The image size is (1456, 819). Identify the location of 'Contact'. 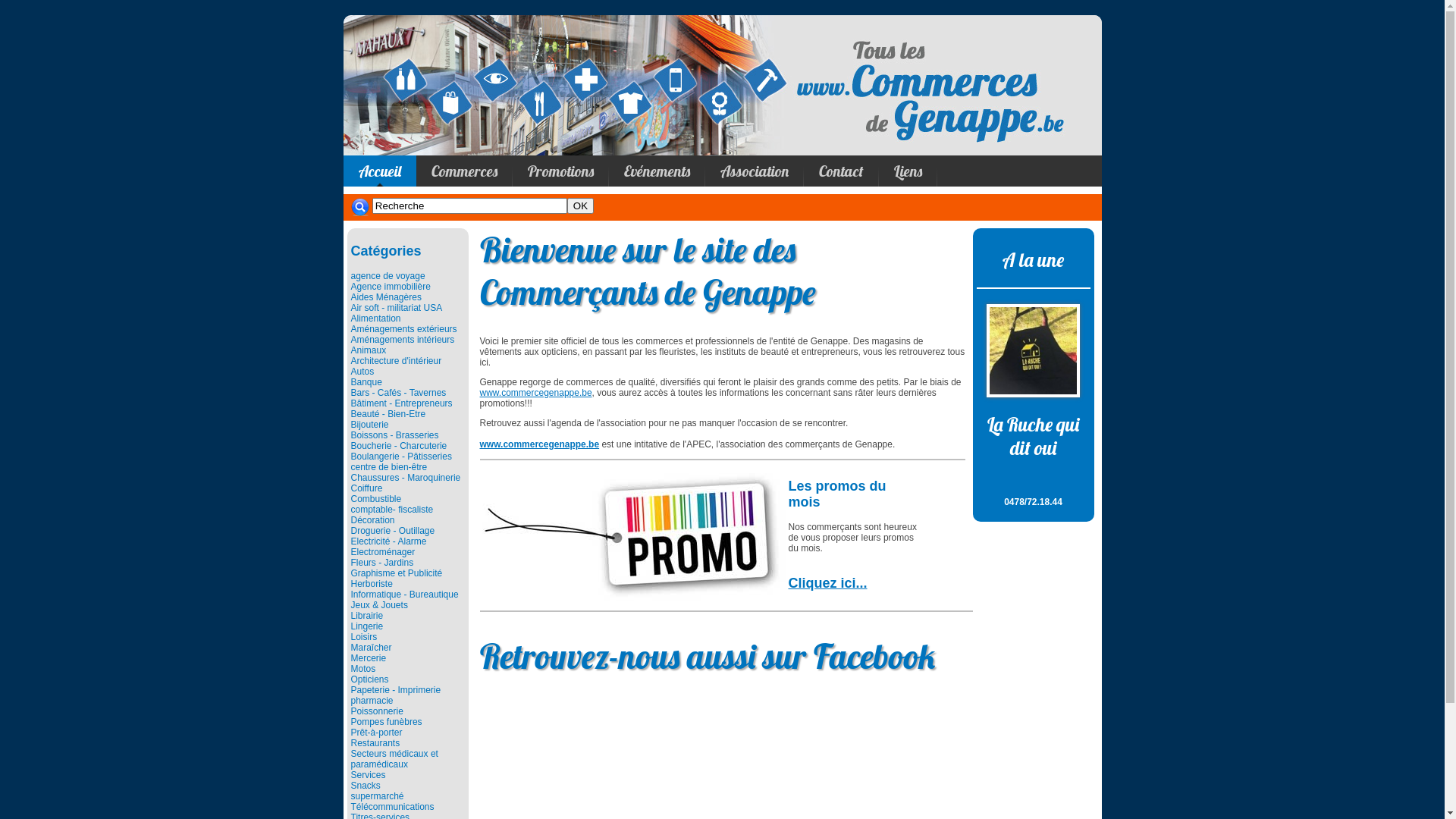
(840, 171).